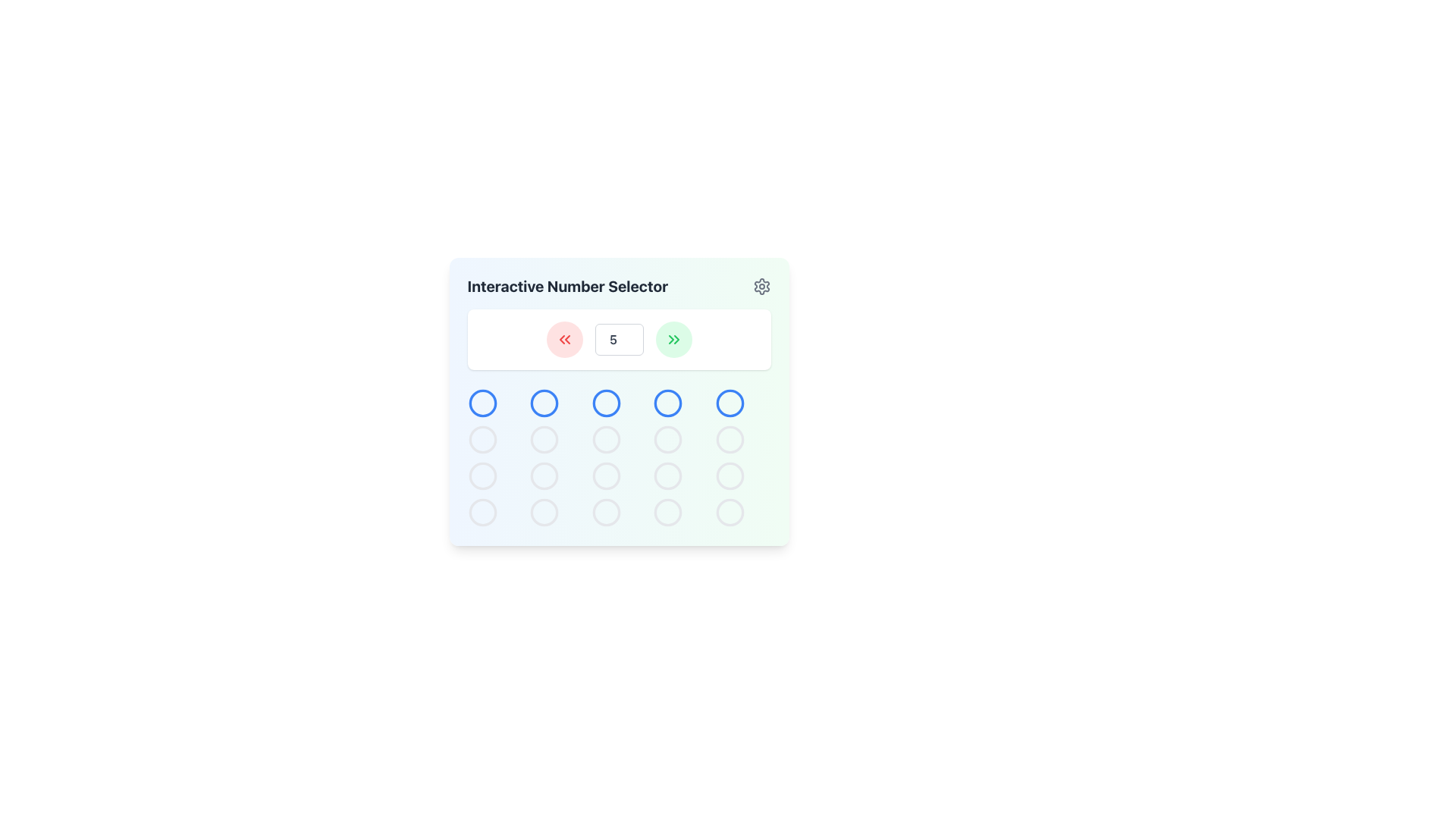  Describe the element at coordinates (667, 475) in the screenshot. I see `the 4th circle in the 3rd column of a 5x5 grid of circles, which serves as a visual display or selection element` at that location.